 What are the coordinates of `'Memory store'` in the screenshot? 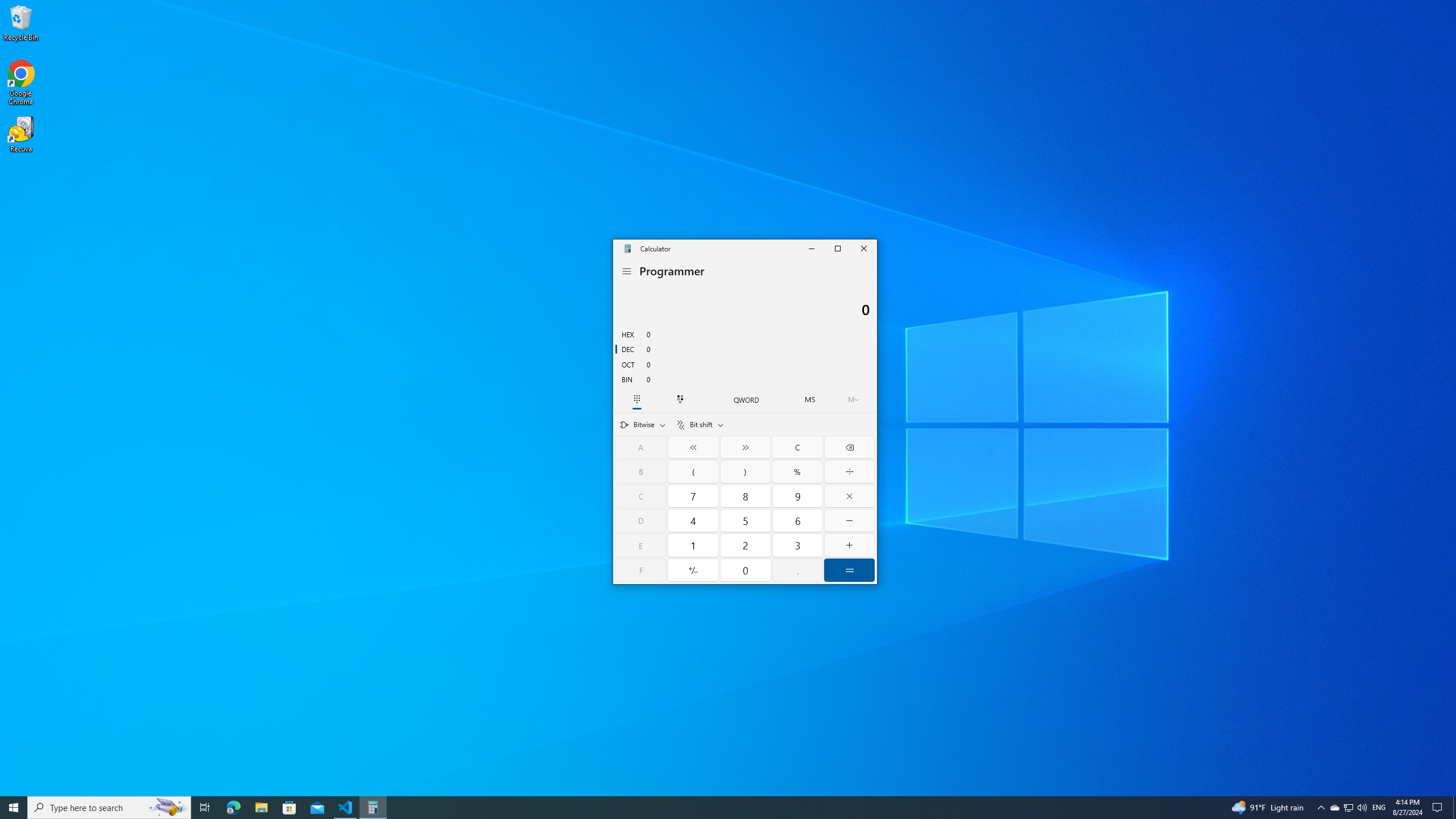 It's located at (809, 399).